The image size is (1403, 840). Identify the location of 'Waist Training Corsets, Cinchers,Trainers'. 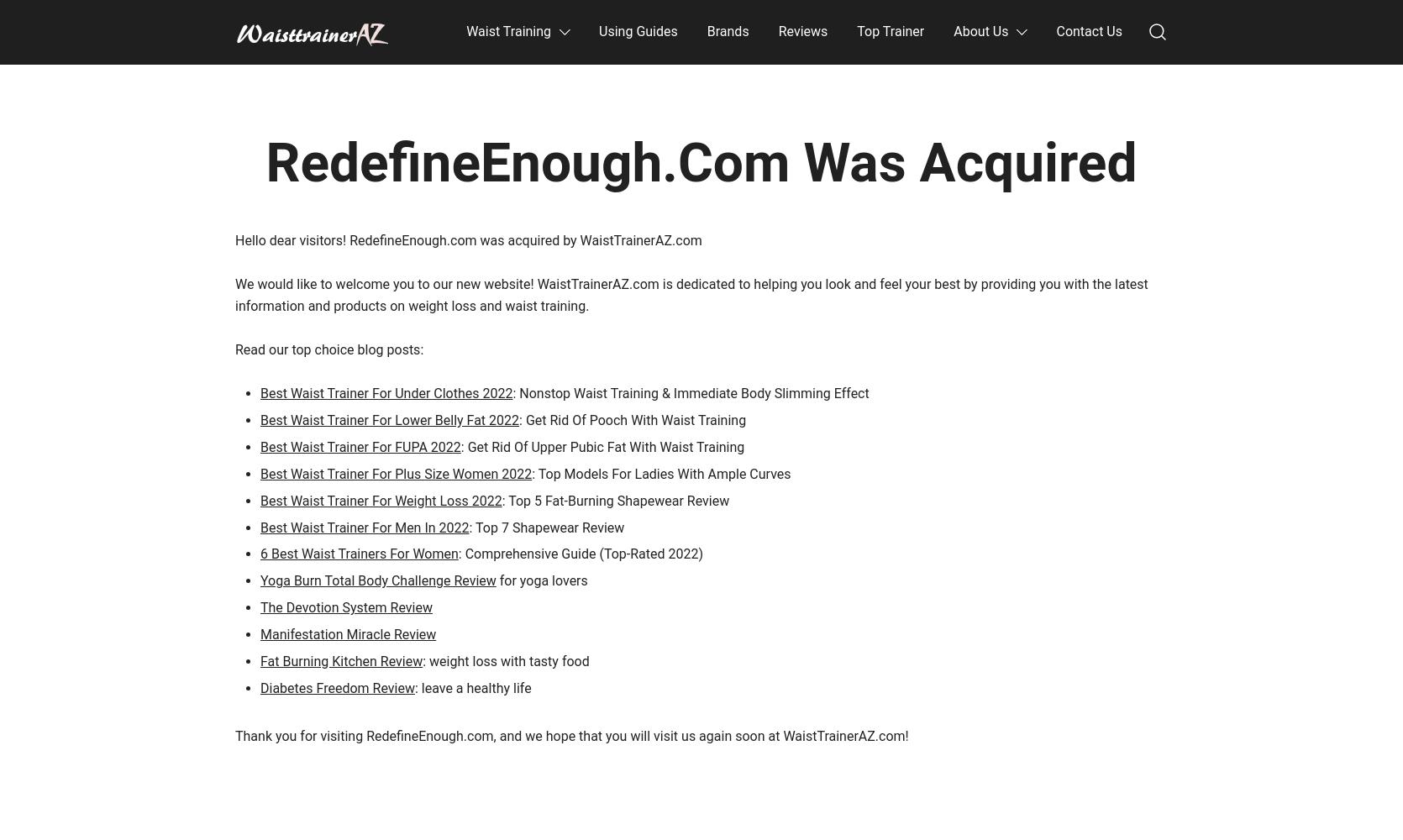
(234, 59).